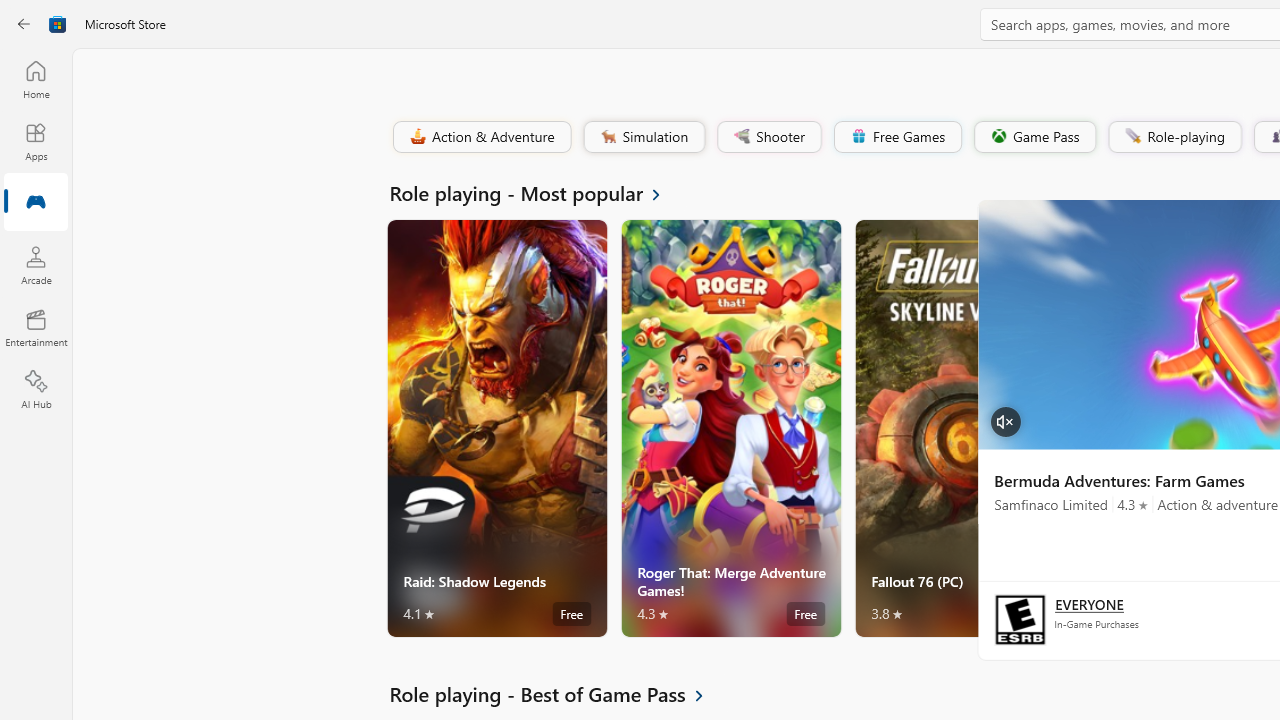 This screenshot has height=720, width=1280. Describe the element at coordinates (35, 140) in the screenshot. I see `'Apps'` at that location.